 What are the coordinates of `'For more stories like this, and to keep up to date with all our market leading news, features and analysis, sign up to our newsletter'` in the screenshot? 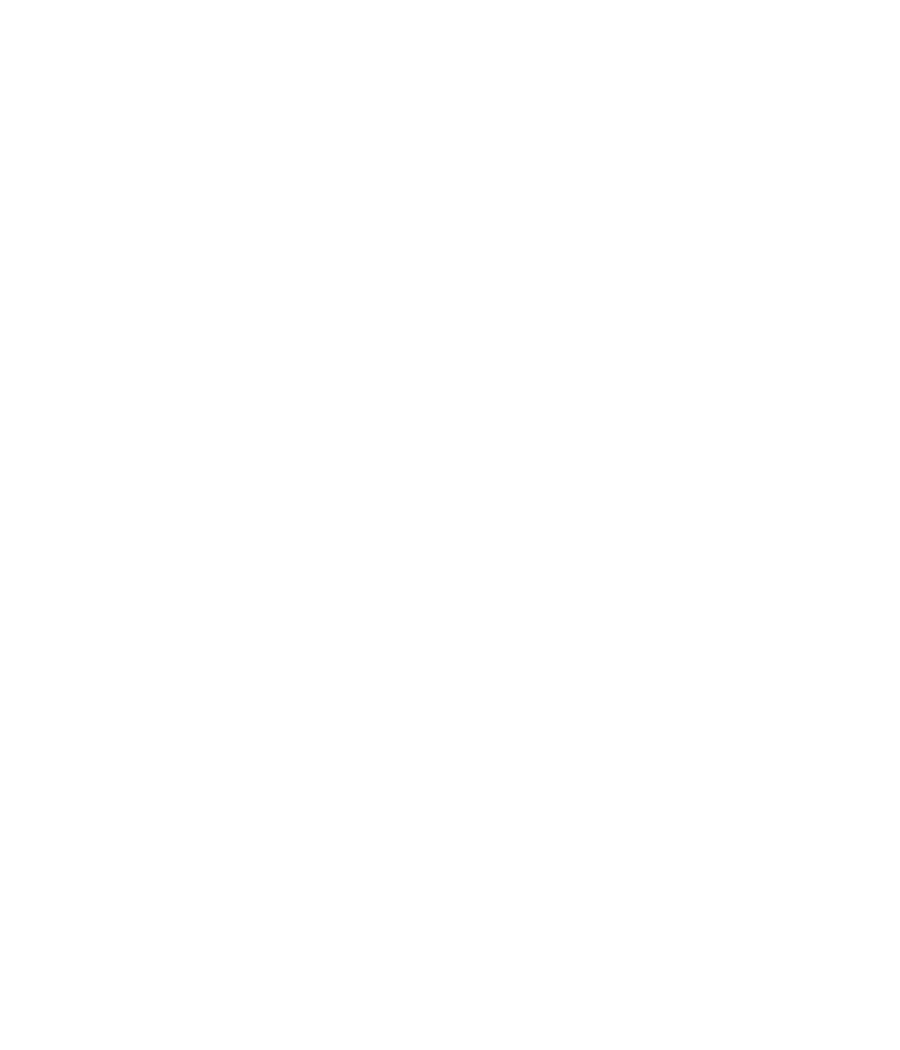 It's located at (449, 207).